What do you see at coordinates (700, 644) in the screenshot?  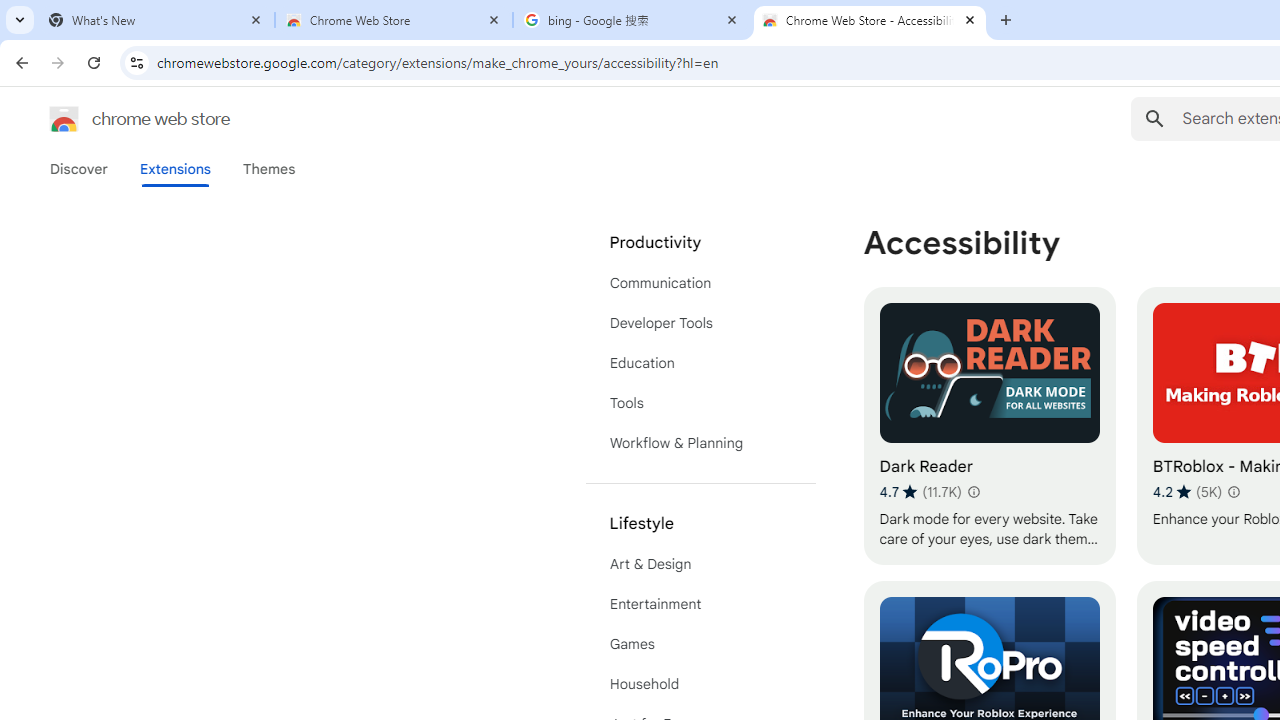 I see `'Games'` at bounding box center [700, 644].